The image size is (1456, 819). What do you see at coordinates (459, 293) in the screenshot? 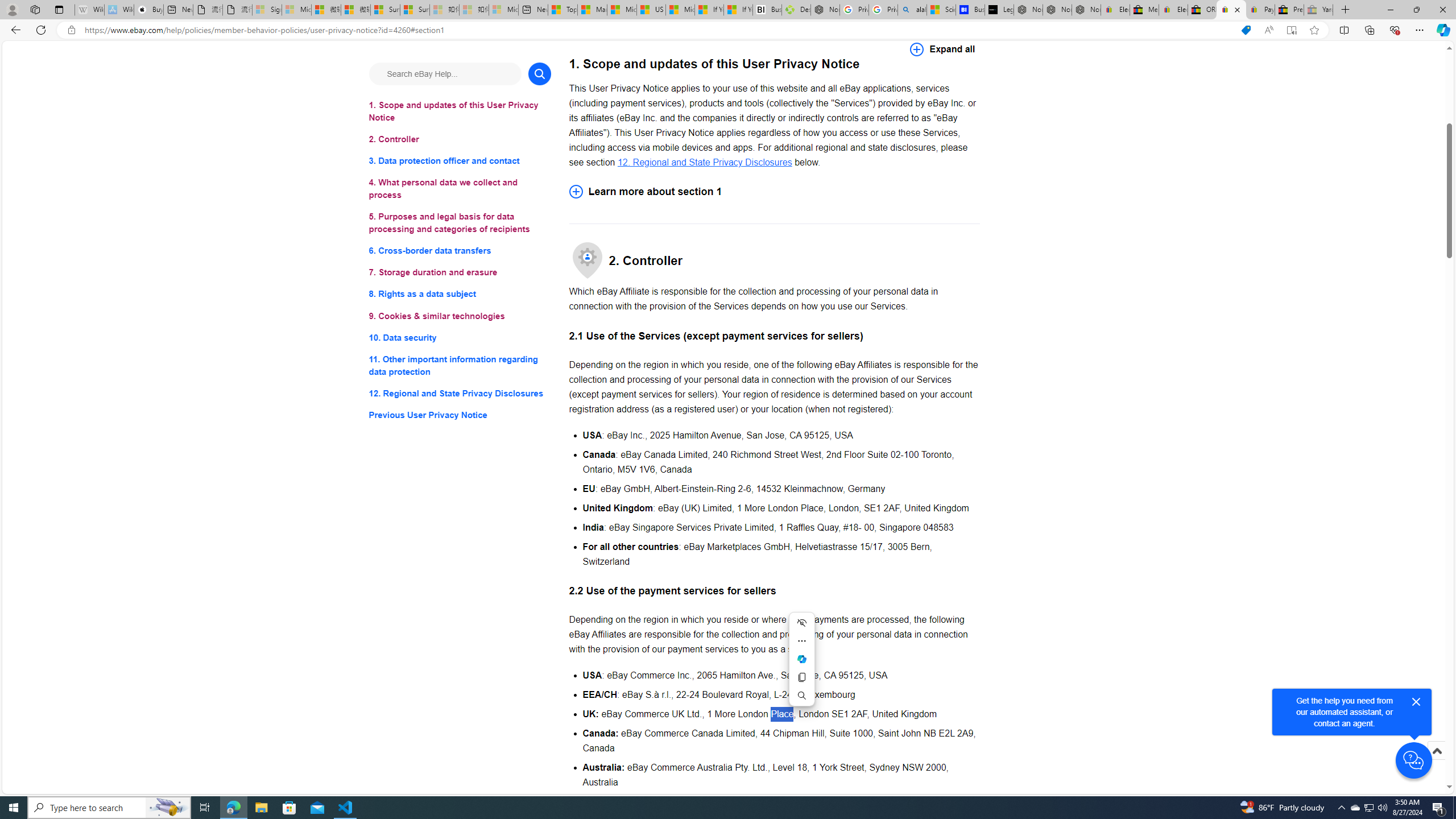
I see `'8. Rights as a data subject'` at bounding box center [459, 293].